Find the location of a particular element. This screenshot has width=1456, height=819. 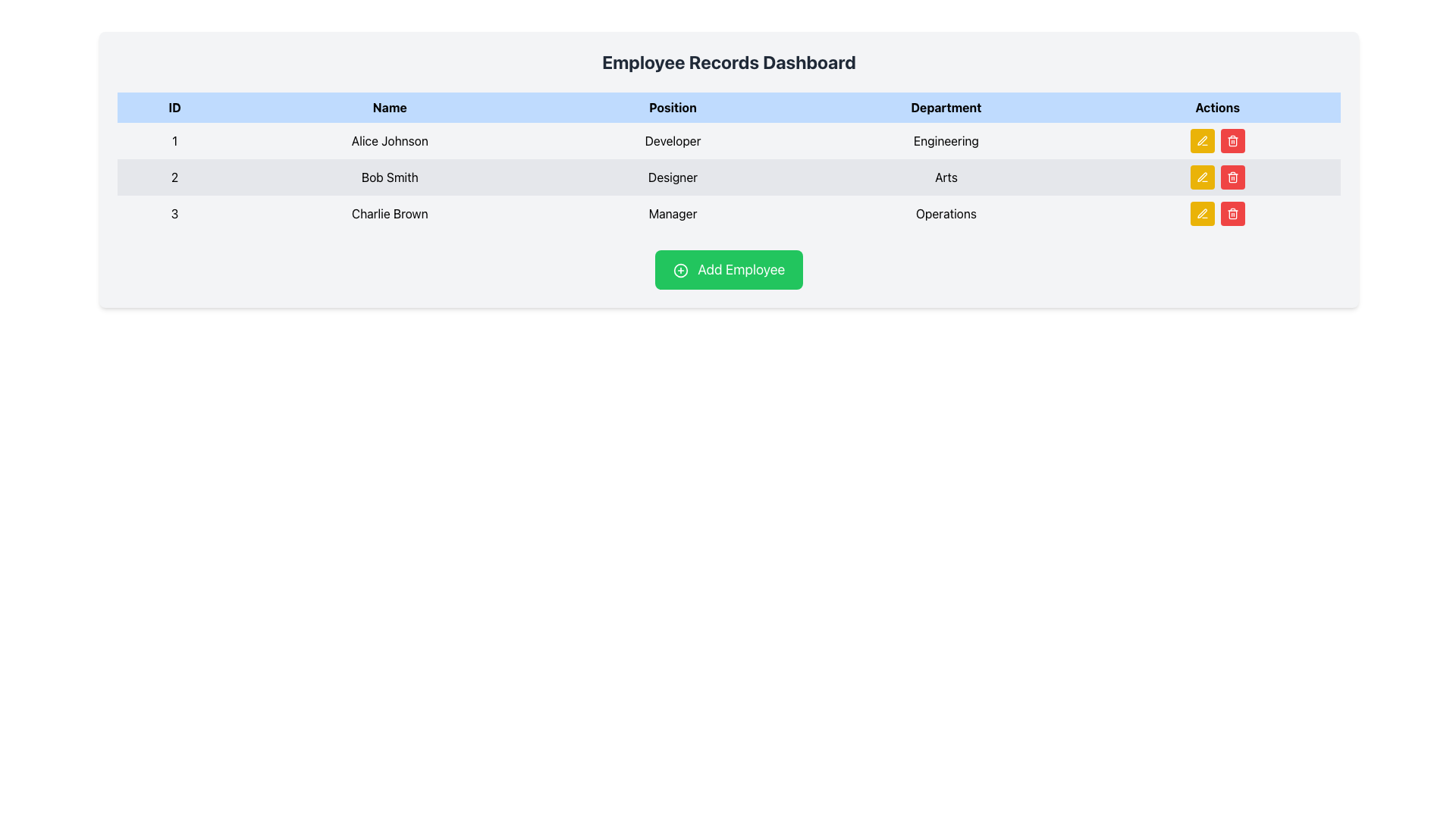

the 'Manager' text label in the third row of the table, which is located in the 'Position' column with a gray background is located at coordinates (672, 213).